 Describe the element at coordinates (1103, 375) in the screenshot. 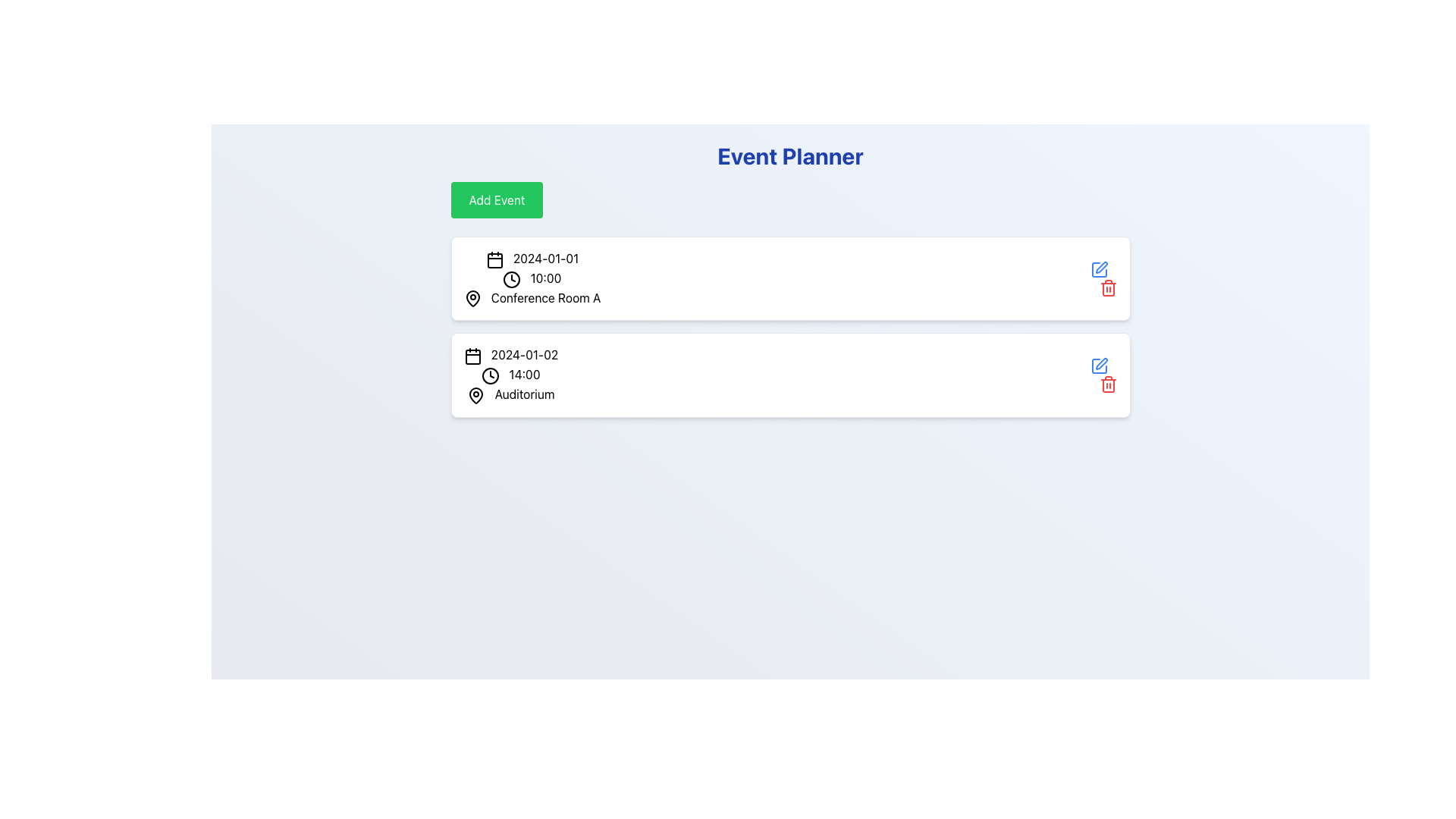

I see `the delete icon button positioned in the lower event item` at that location.